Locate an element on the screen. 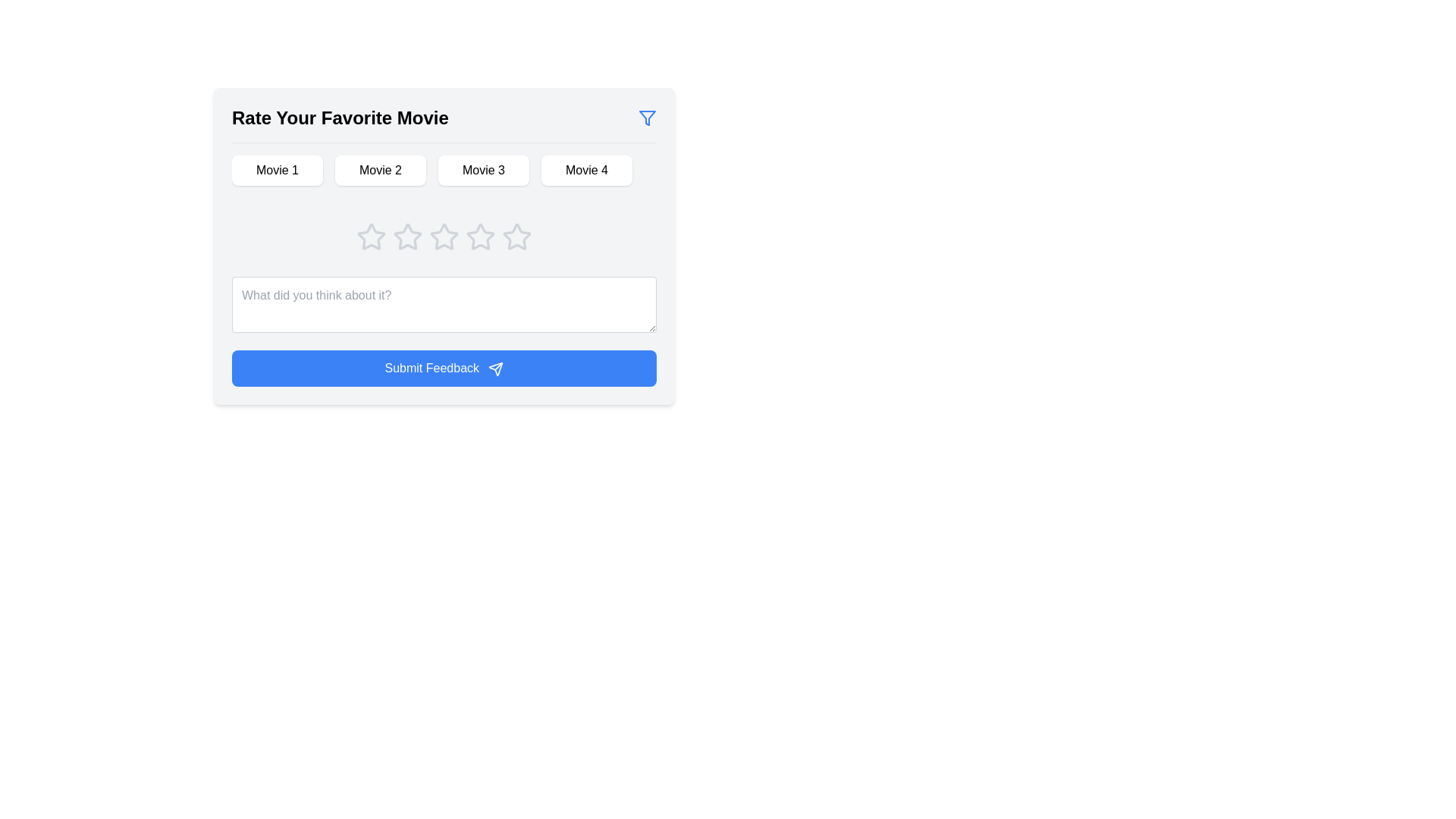 The width and height of the screenshot is (1456, 819). the first star icon in the 5-star rating system to indicate a one-star rating is located at coordinates (371, 237).